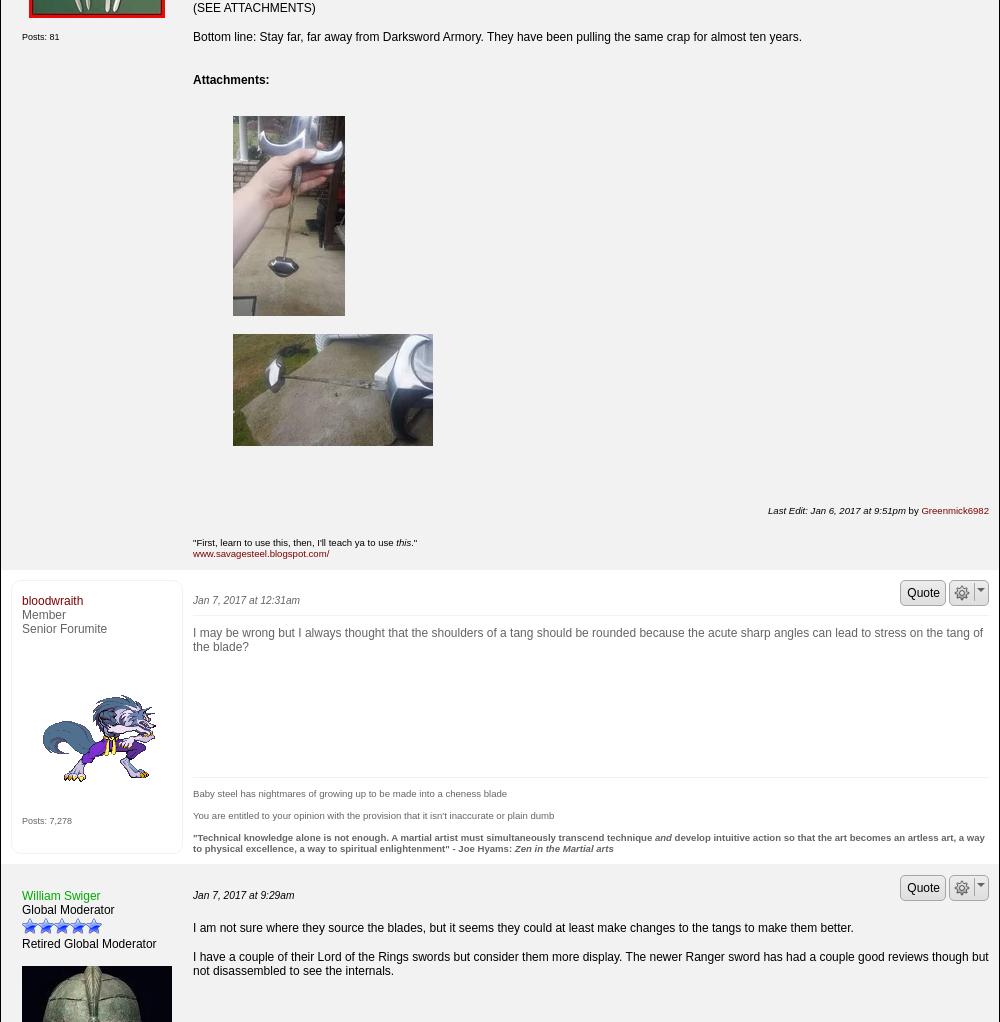 The height and width of the screenshot is (1022, 1000). What do you see at coordinates (192, 813) in the screenshot?
I see `'You are entitled to your opinion with the provision that it isn't inaccurate or plain dumb'` at bounding box center [192, 813].